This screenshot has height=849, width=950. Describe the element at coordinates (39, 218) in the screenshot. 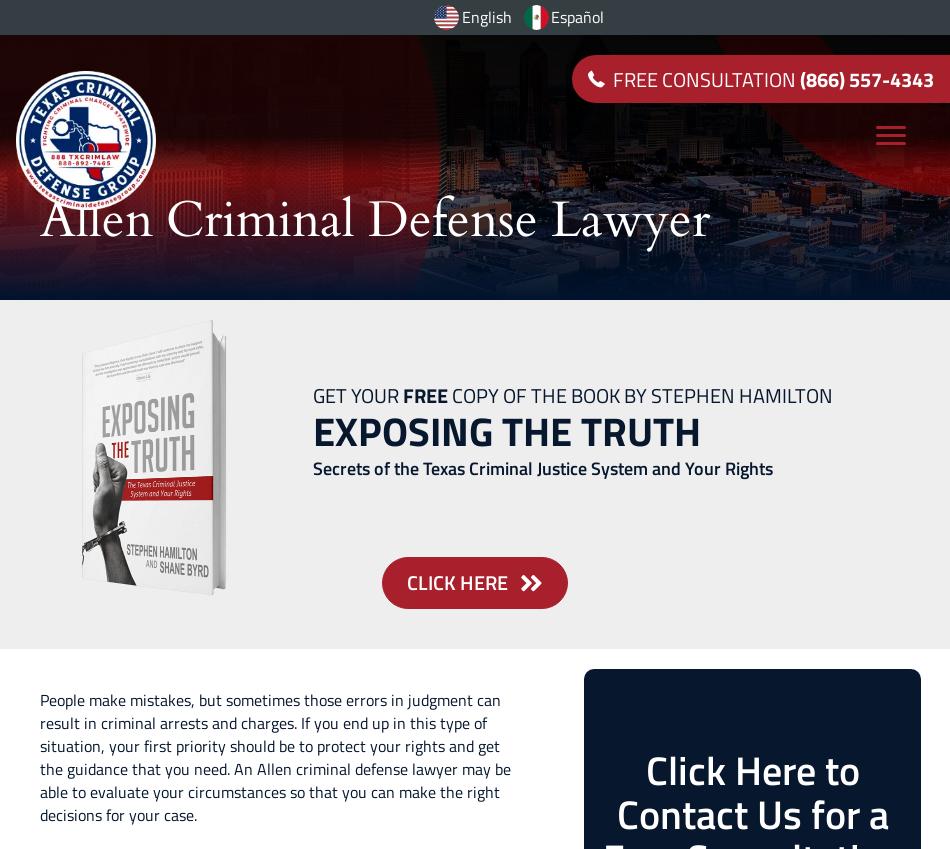

I see `'Allen Criminal Defense Lawyer'` at that location.